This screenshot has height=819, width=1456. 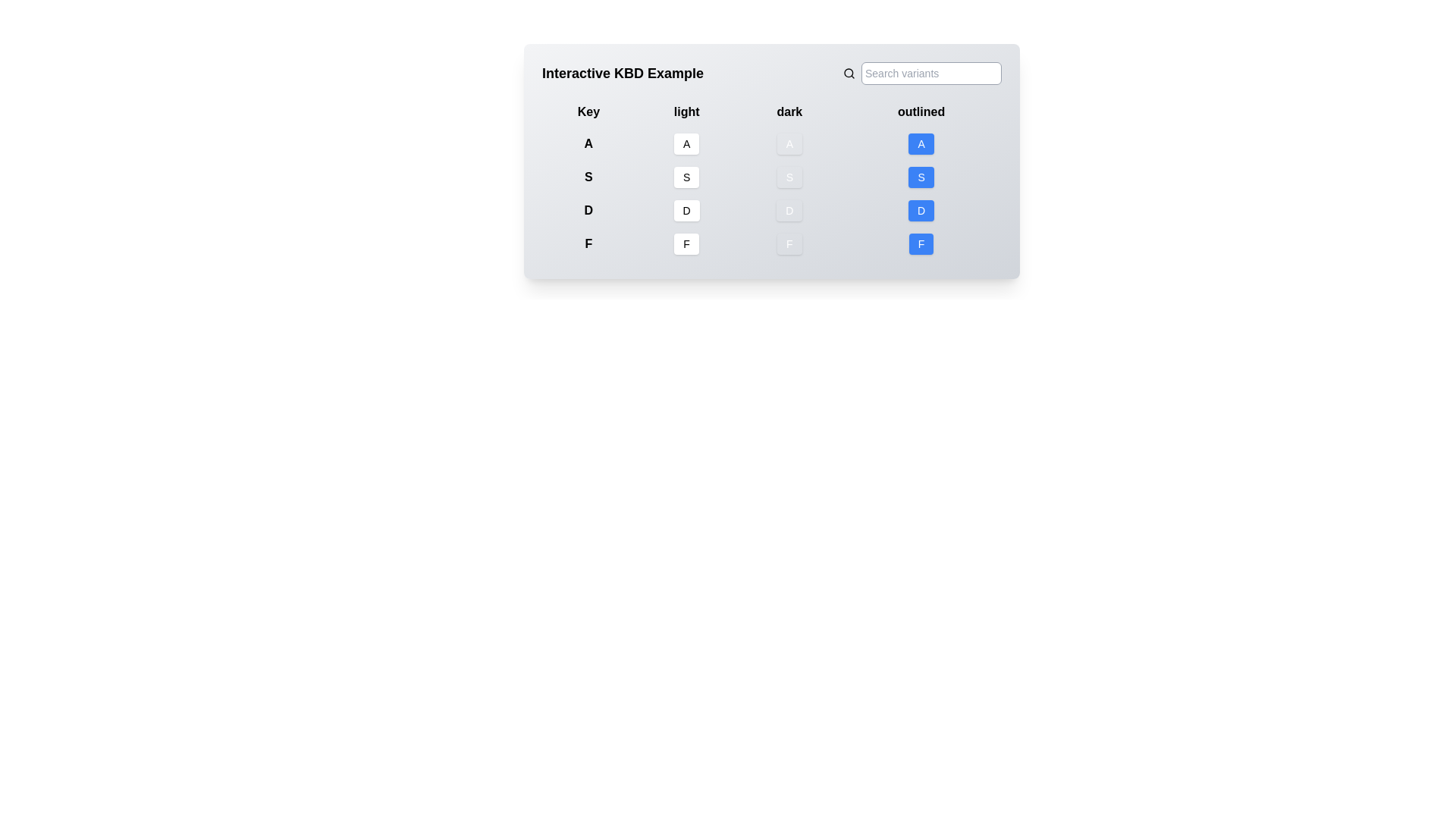 What do you see at coordinates (789, 210) in the screenshot?
I see `the small rectangular button with rounded corners that has a white letter 'D' on a dark gray background, located in the third row and third column of the keyboard layout examples` at bounding box center [789, 210].